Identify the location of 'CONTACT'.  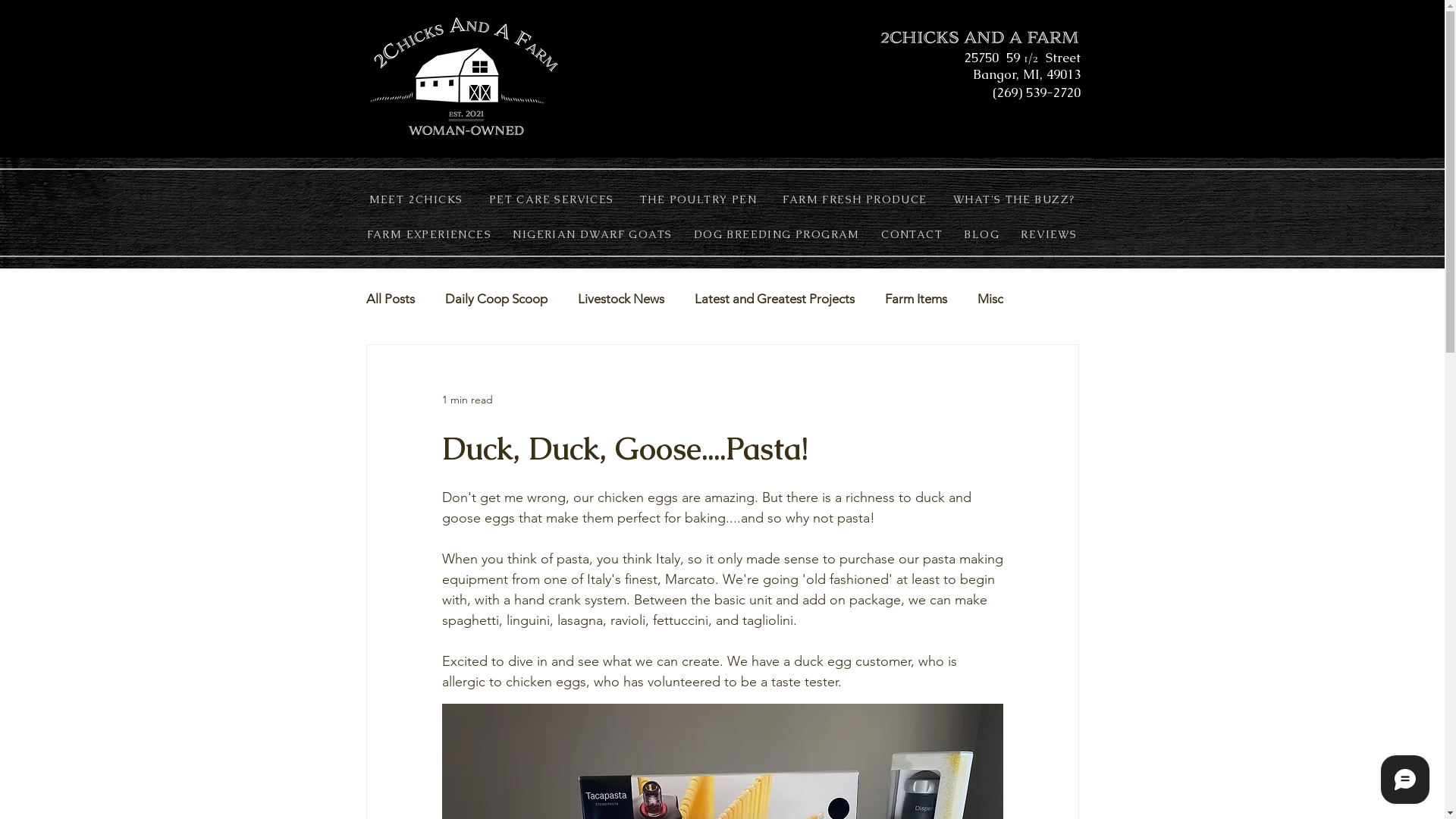
(911, 234).